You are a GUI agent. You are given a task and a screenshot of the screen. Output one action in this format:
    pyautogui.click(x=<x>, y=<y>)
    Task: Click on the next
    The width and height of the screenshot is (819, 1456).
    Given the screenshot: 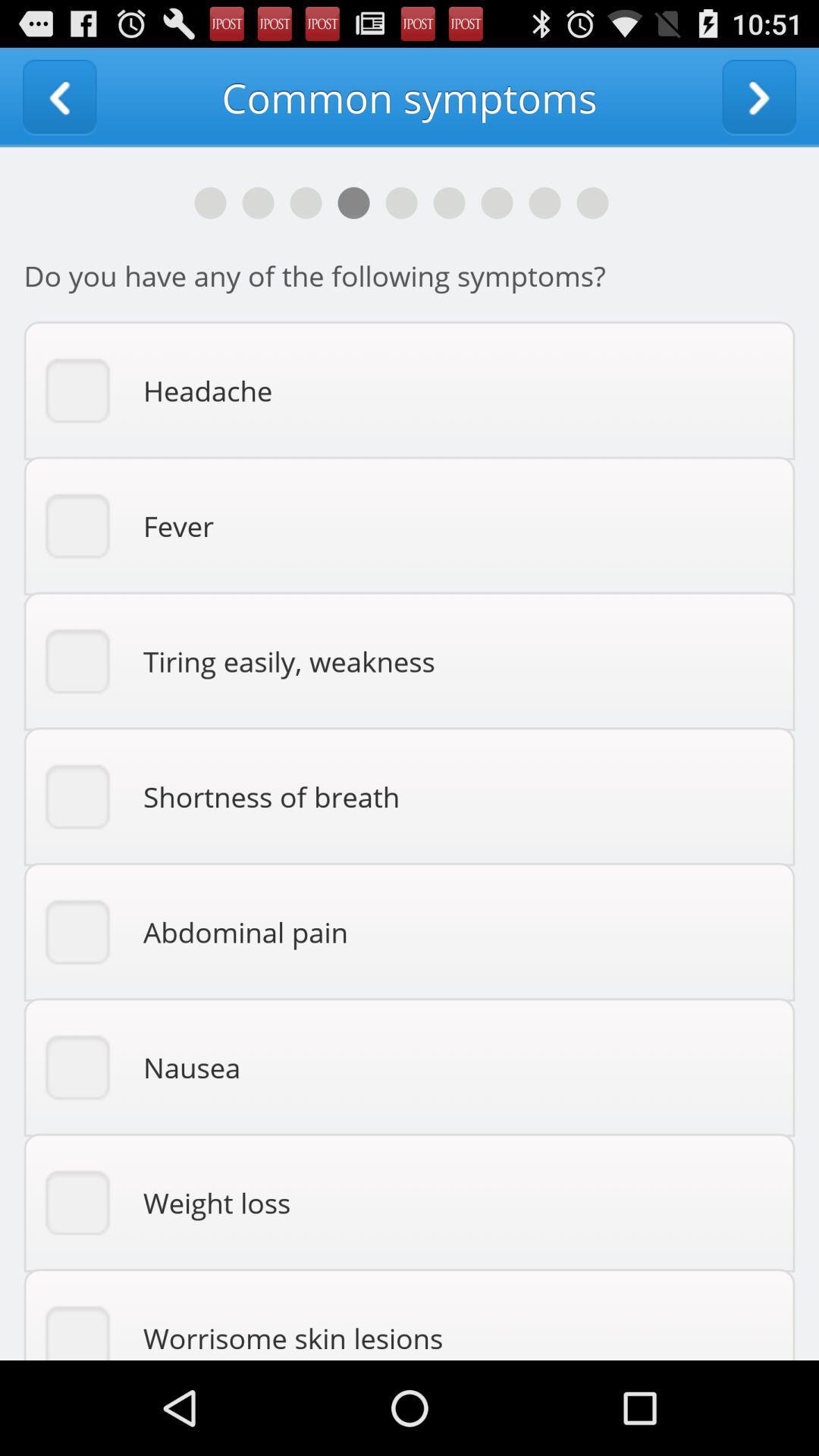 What is the action you would take?
    pyautogui.click(x=759, y=96)
    